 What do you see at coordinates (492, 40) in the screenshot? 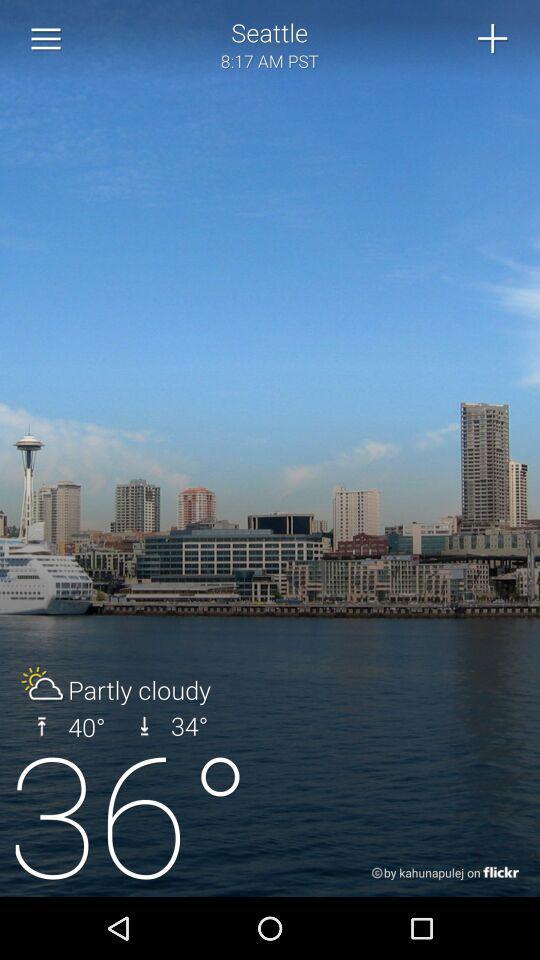
I see `the add icon` at bounding box center [492, 40].